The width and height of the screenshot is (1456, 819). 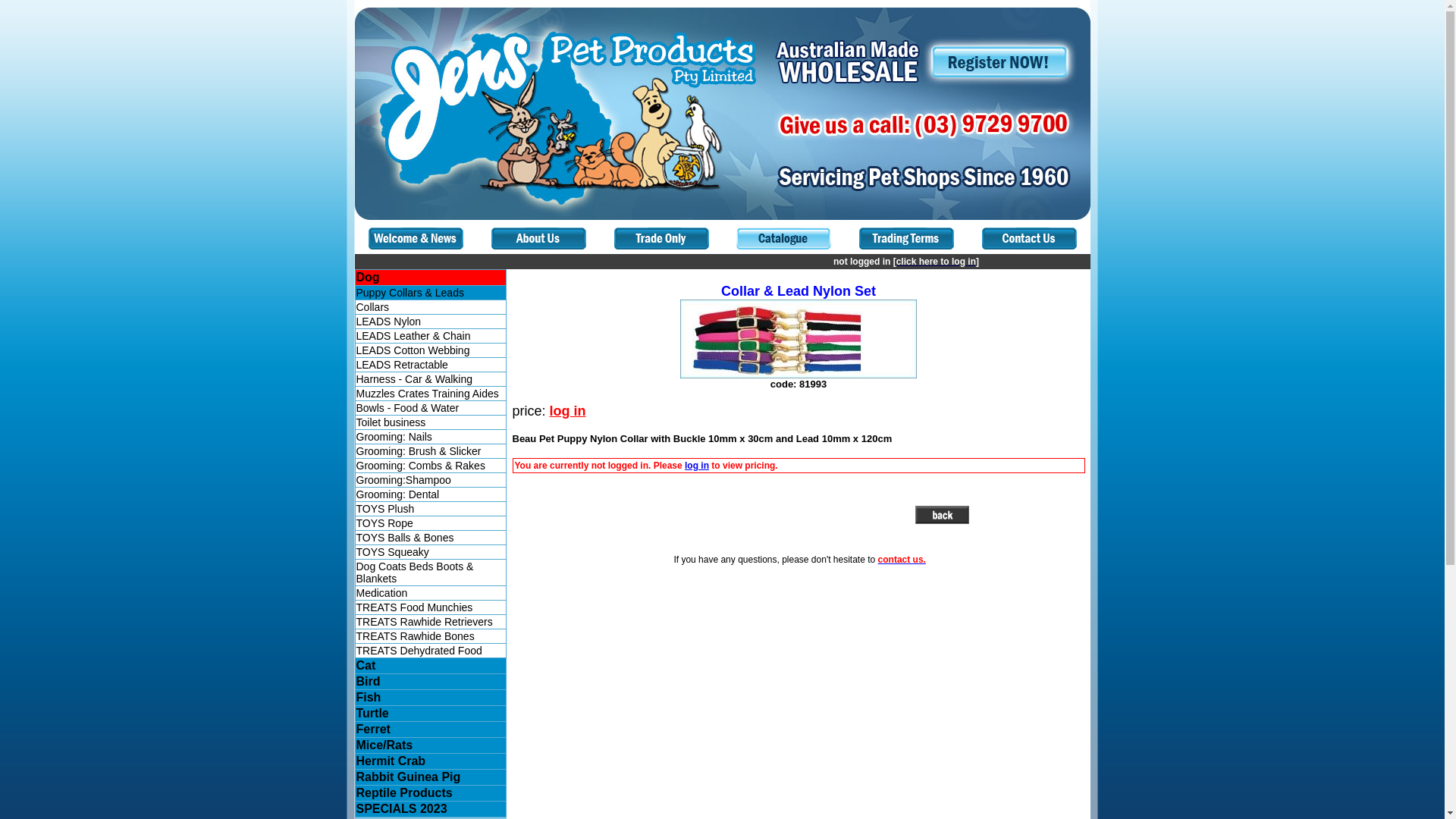 What do you see at coordinates (389, 321) in the screenshot?
I see `'LEADS Nylon'` at bounding box center [389, 321].